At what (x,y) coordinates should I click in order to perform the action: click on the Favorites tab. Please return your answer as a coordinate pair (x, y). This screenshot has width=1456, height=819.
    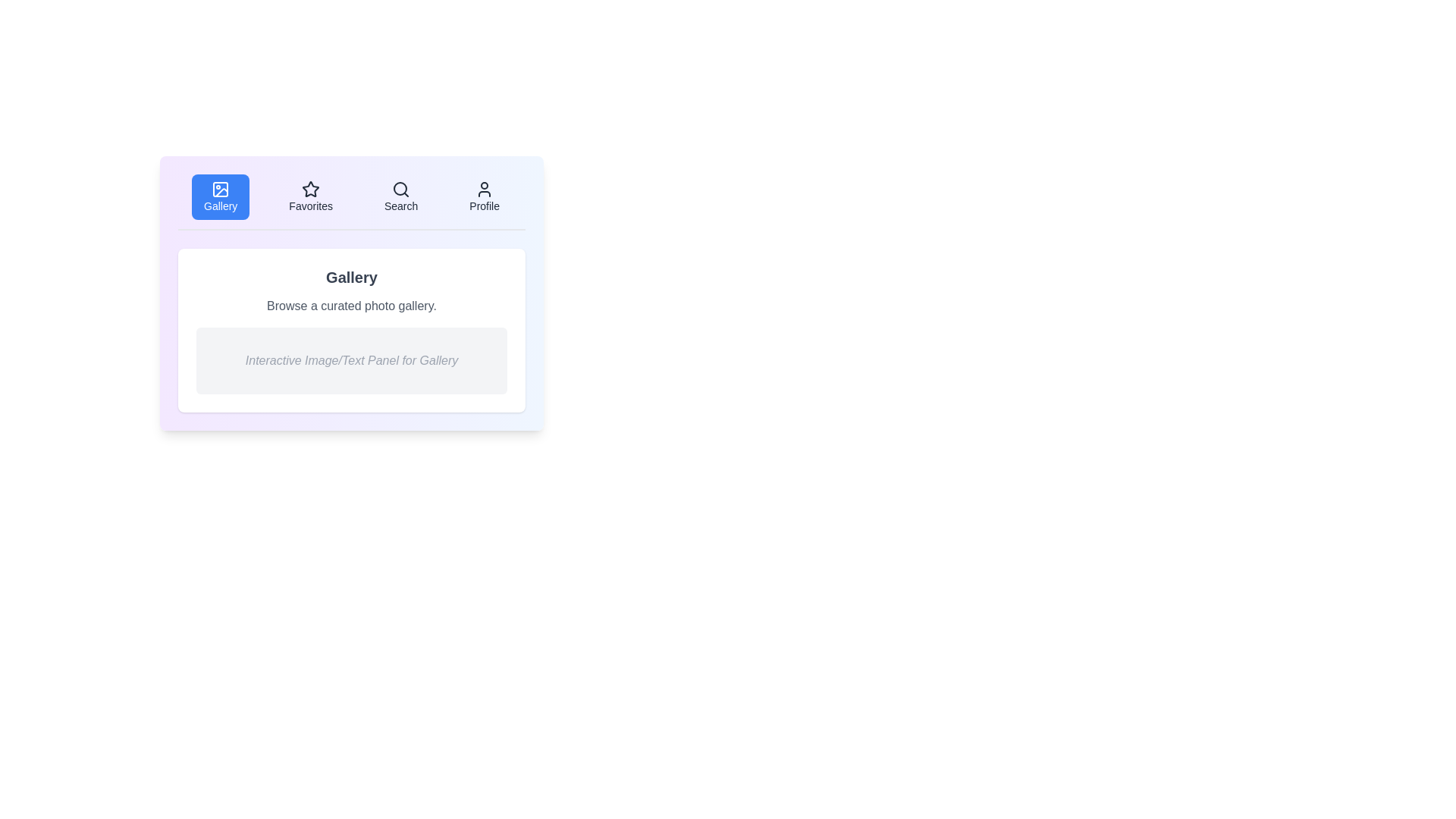
    Looking at the image, I should click on (309, 196).